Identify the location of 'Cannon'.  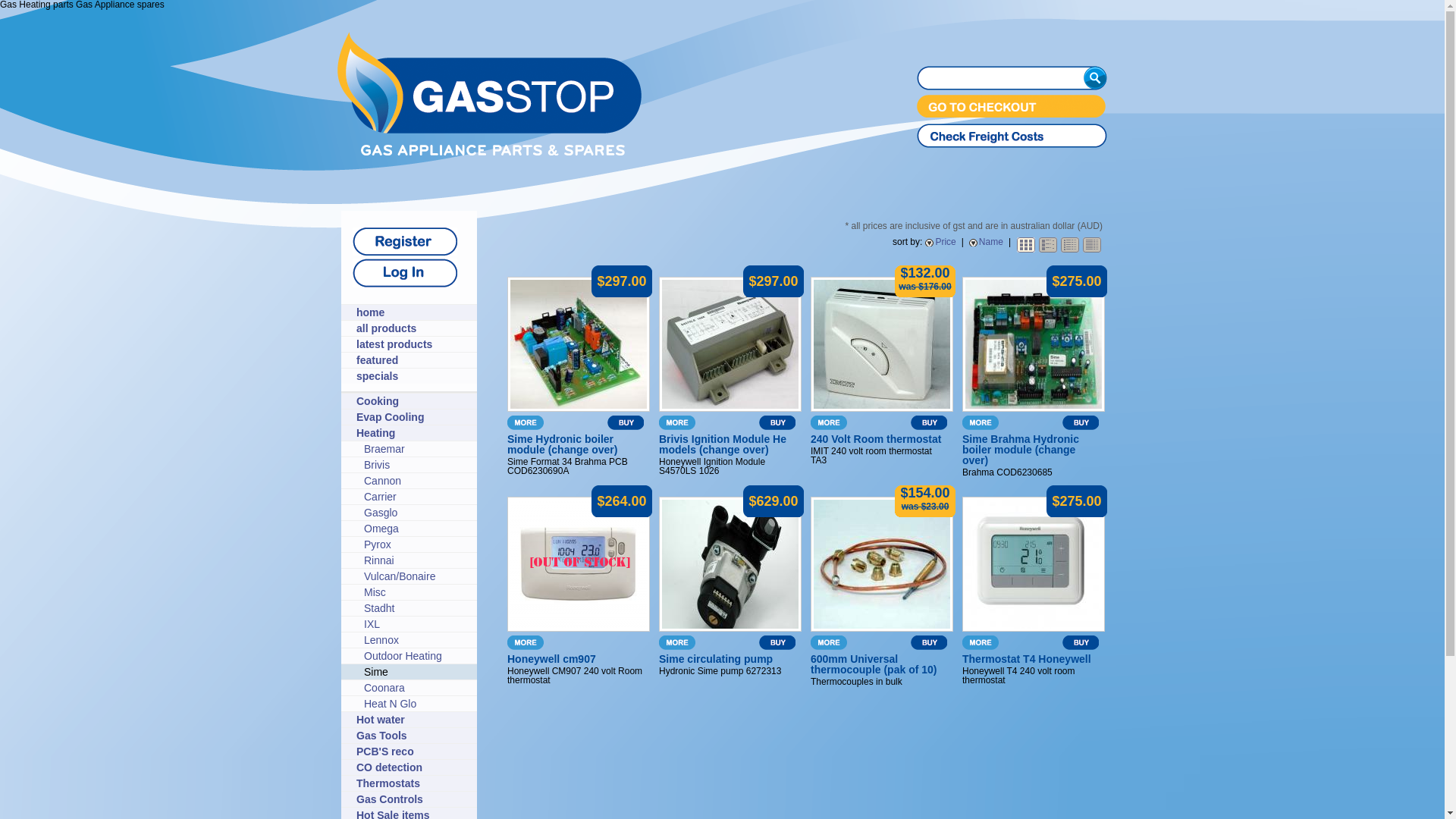
(364, 480).